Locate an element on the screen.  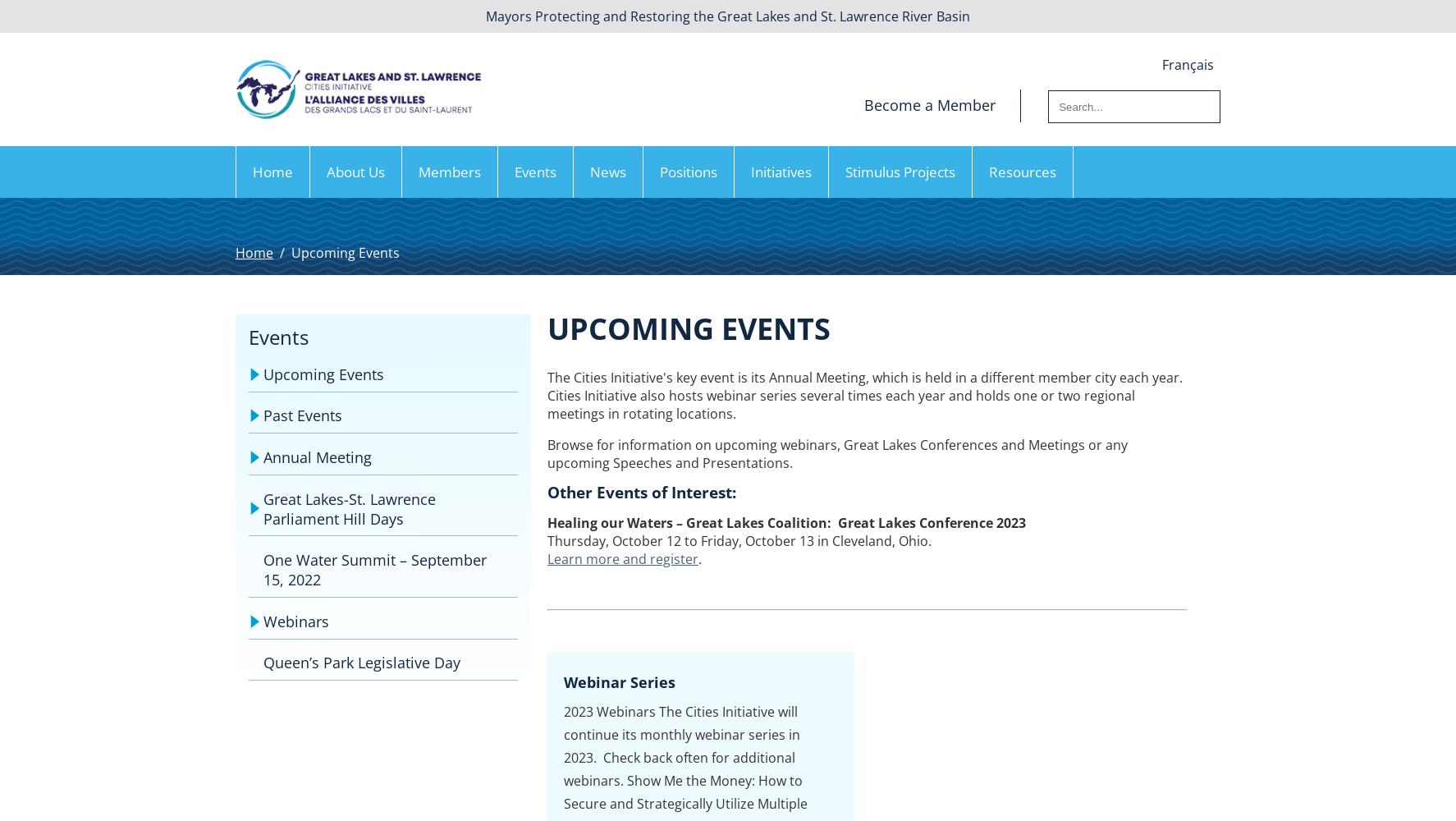
'One Water Summit – September 15, 2022' is located at coordinates (263, 569).